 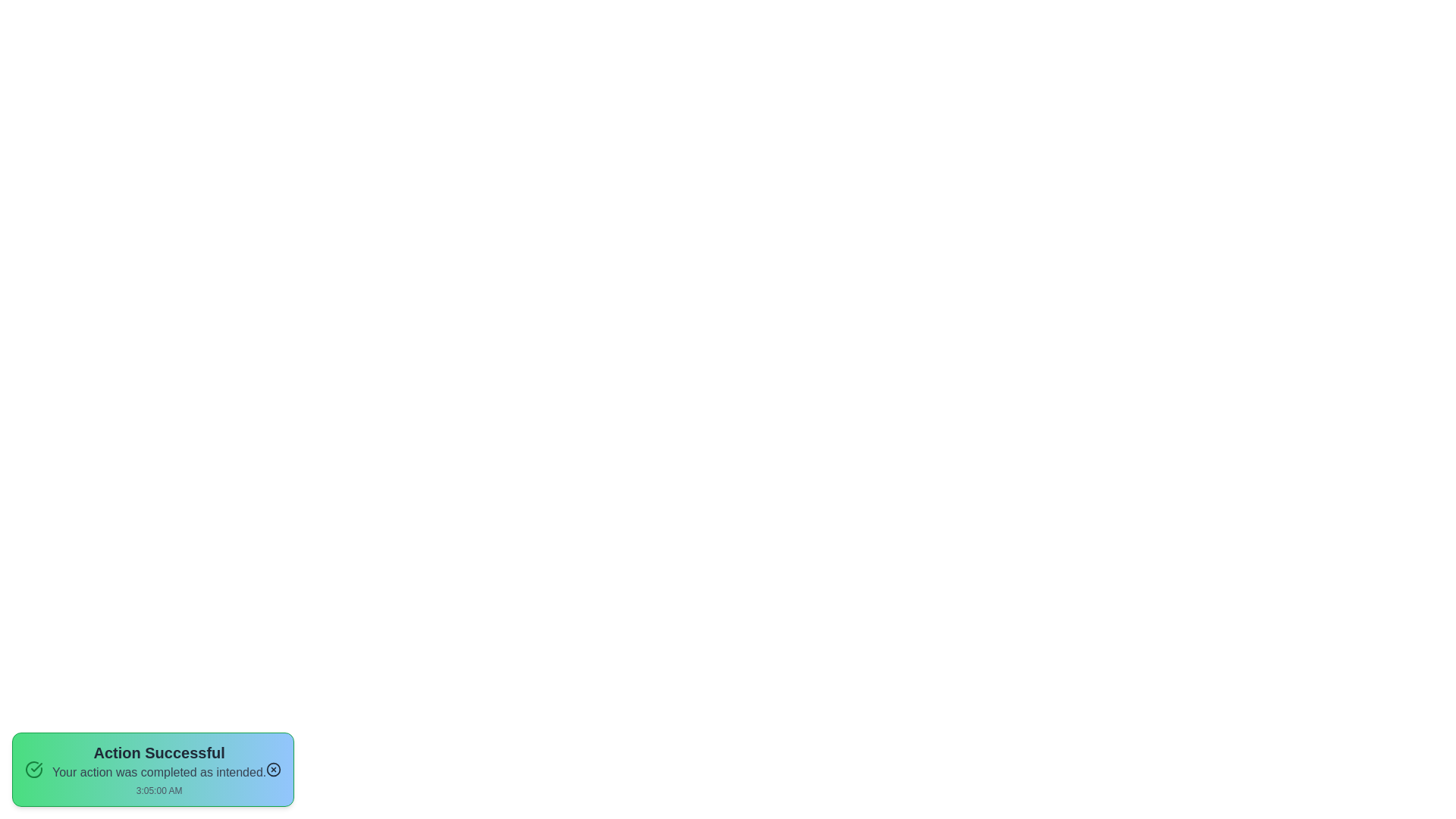 I want to click on the dismiss button to close the notification, so click(x=273, y=769).